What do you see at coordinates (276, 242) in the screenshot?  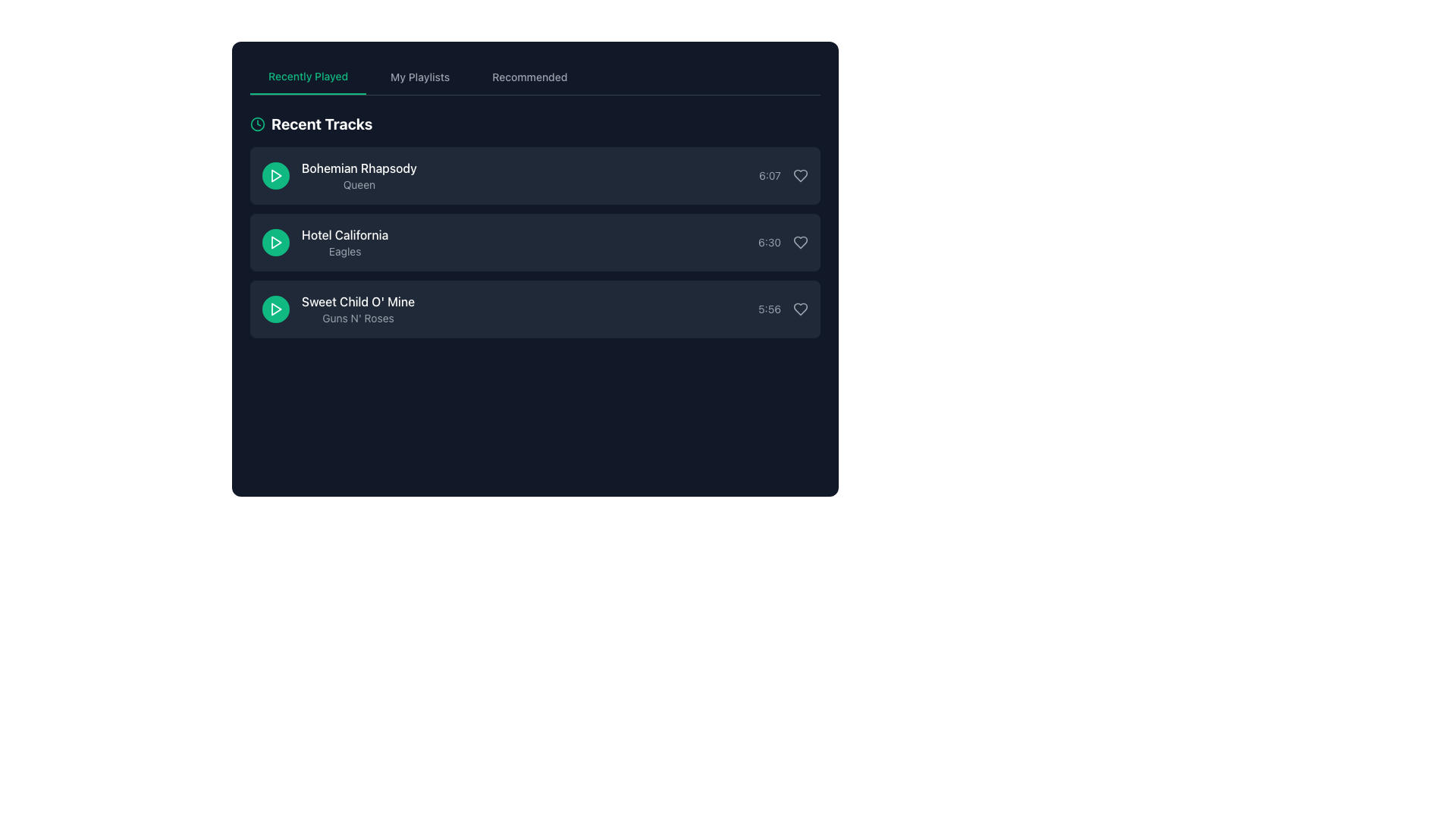 I see `the interactive play button icon located in the left-most section of the 'Hotel California' item in the 'Recent Tracks' list` at bounding box center [276, 242].